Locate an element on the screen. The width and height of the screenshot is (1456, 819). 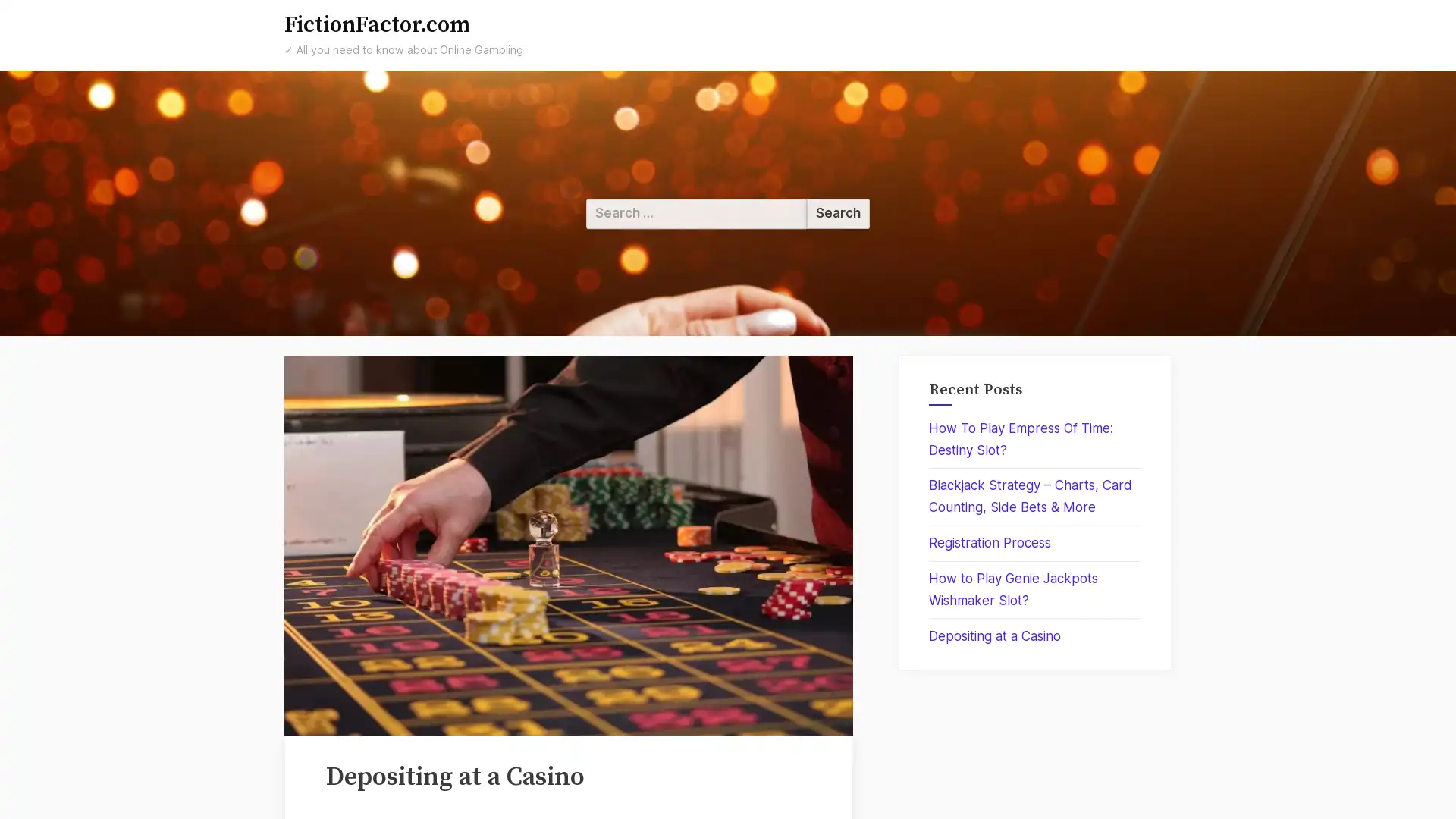
Search is located at coordinates (837, 213).